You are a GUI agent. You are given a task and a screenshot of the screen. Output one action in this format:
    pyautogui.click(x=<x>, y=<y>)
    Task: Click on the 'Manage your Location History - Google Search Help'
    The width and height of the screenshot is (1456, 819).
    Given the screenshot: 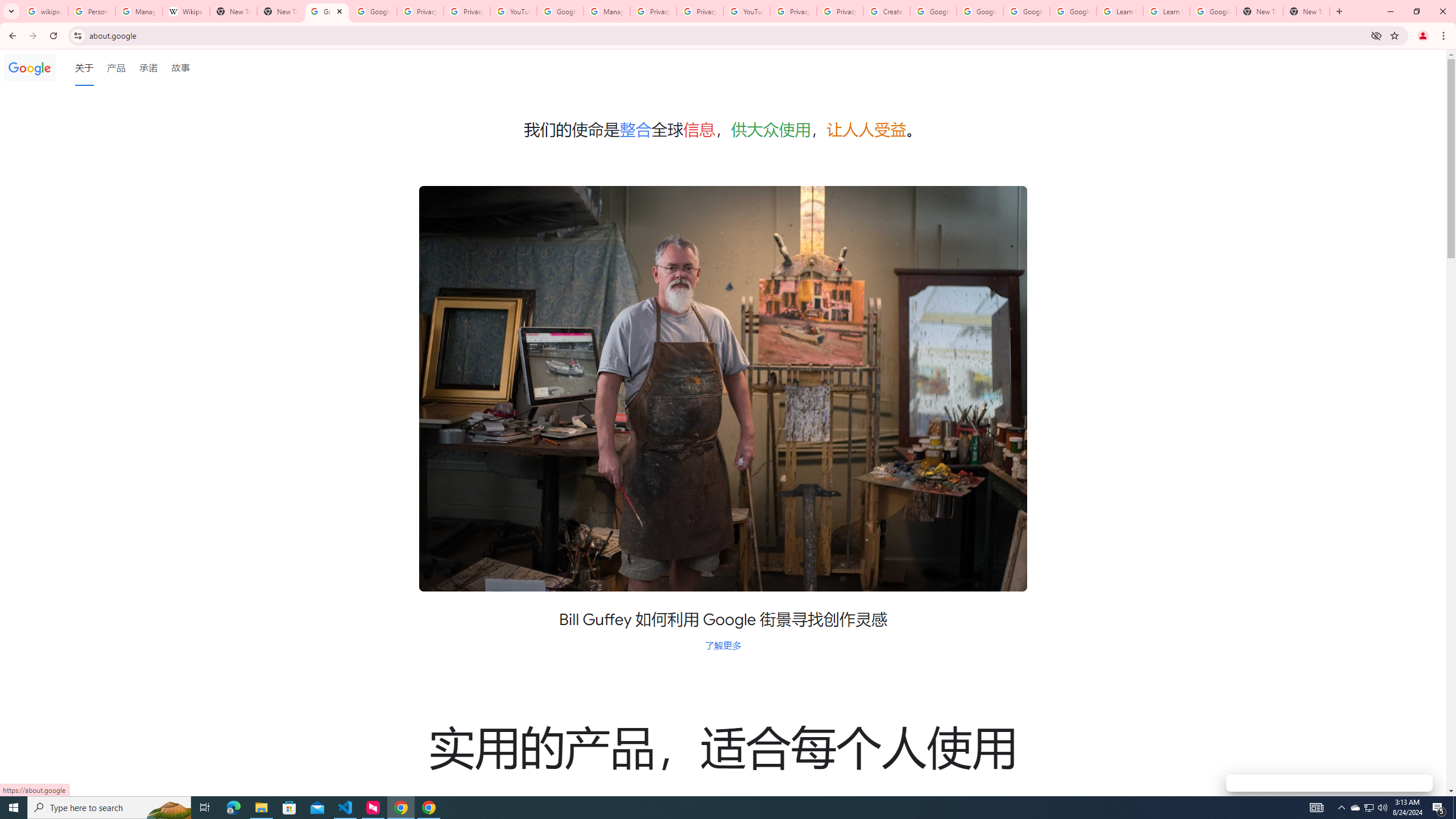 What is the action you would take?
    pyautogui.click(x=139, y=11)
    